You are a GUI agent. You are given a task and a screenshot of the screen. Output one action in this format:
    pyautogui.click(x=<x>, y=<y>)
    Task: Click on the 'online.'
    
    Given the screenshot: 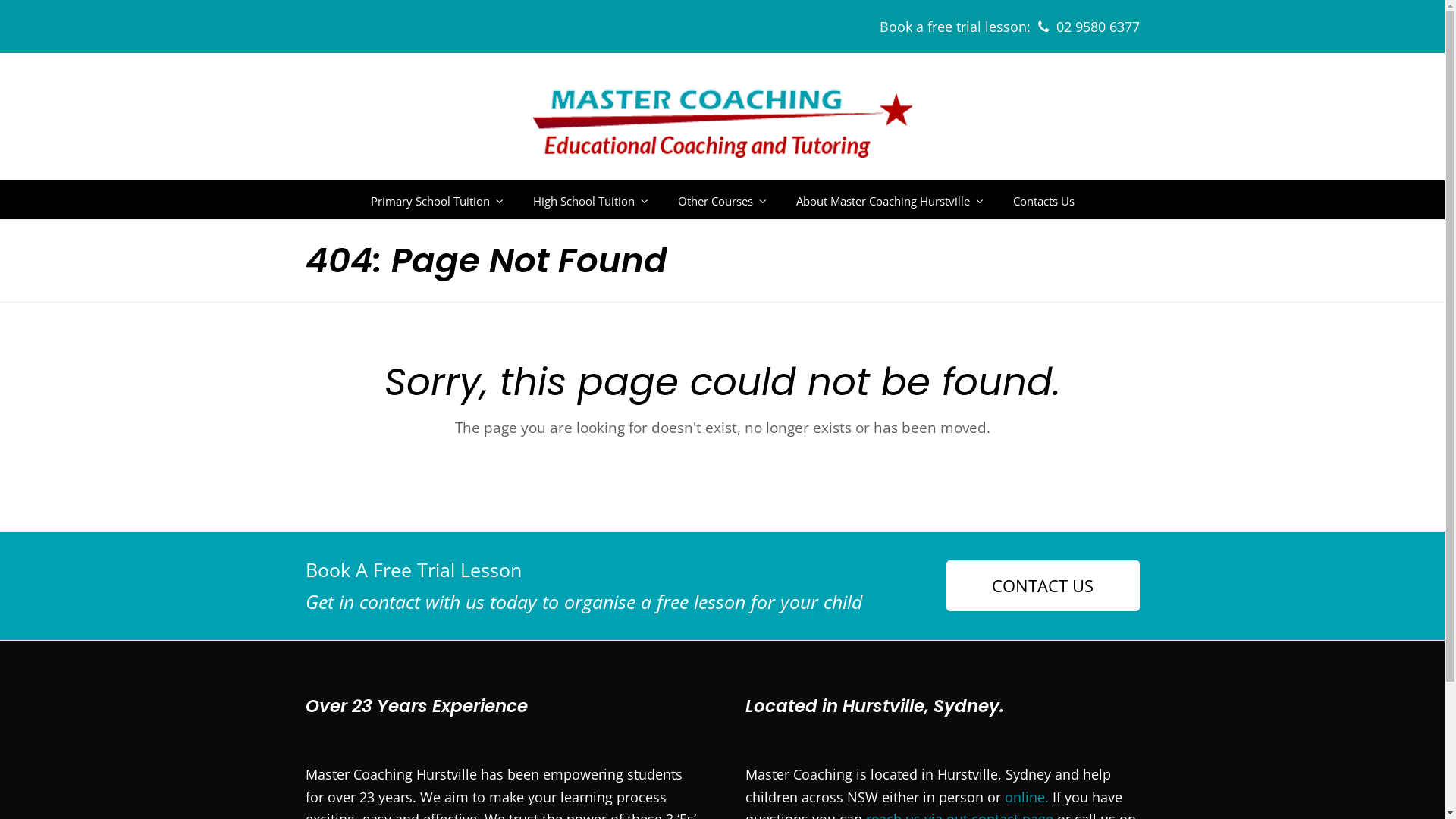 What is the action you would take?
    pyautogui.click(x=1026, y=795)
    